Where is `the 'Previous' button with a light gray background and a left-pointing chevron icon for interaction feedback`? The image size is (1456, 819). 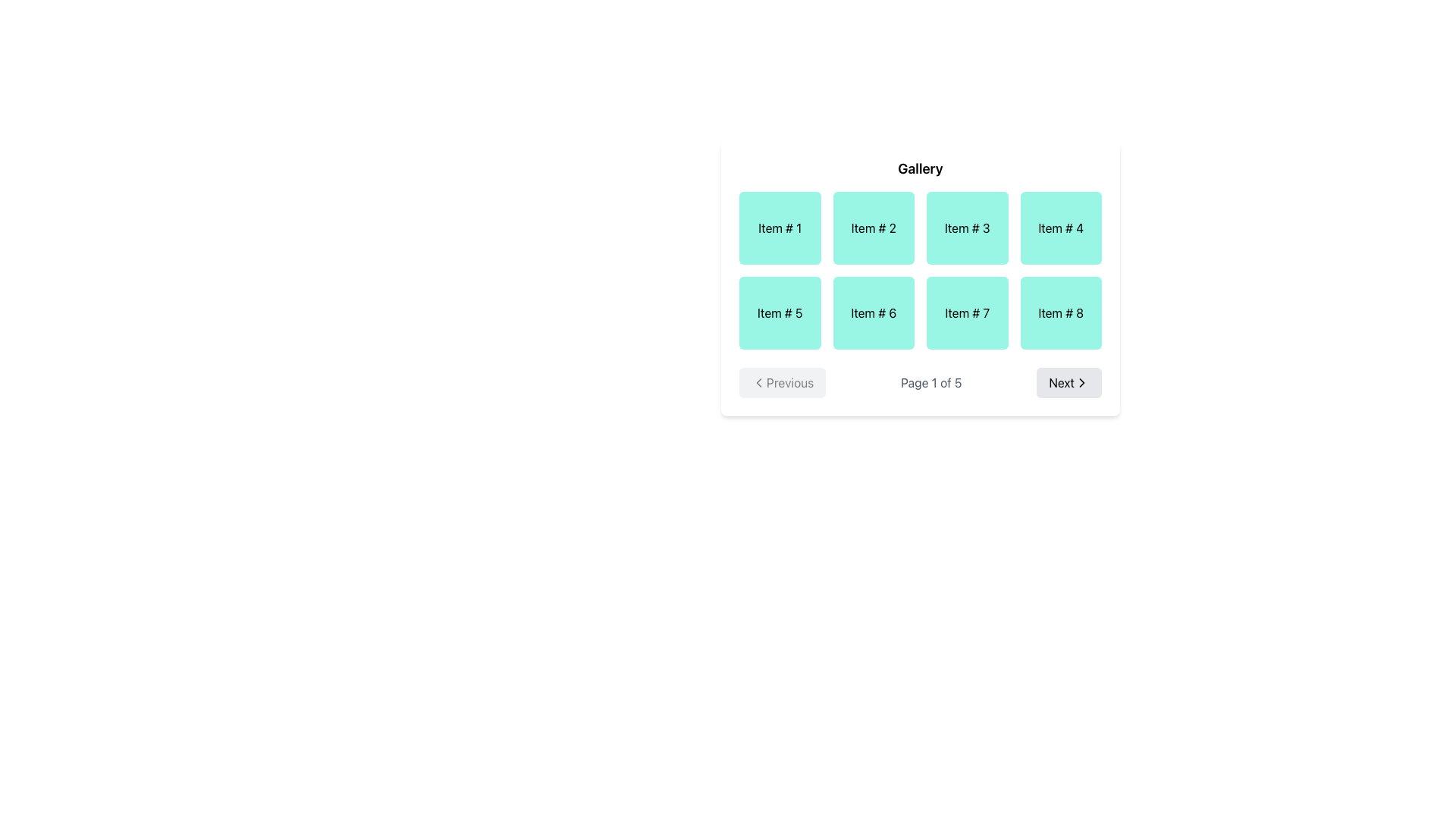
the 'Previous' button with a light gray background and a left-pointing chevron icon for interaction feedback is located at coordinates (783, 382).